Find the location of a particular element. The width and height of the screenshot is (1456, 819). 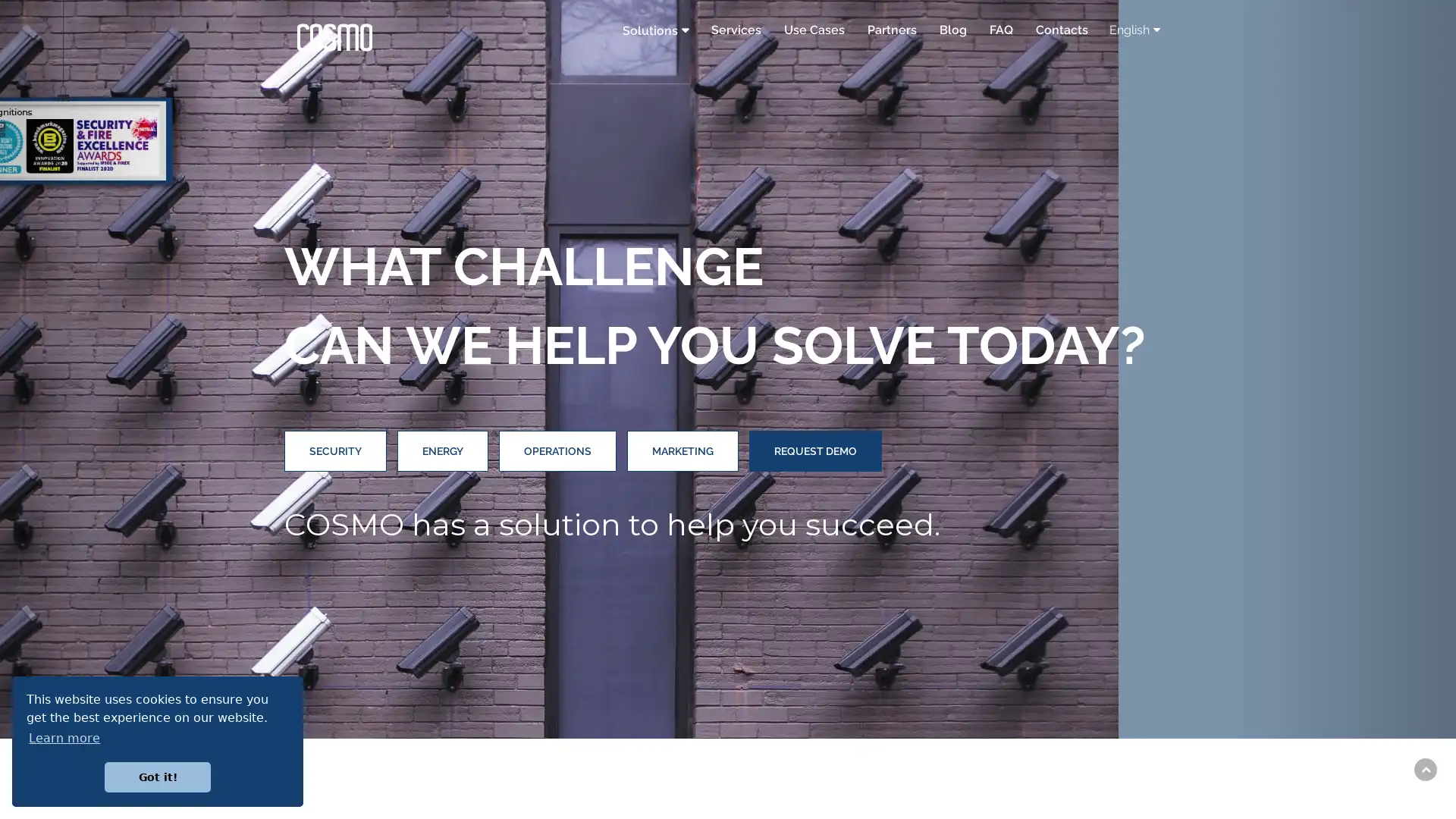

learn more about cookies is located at coordinates (64, 737).